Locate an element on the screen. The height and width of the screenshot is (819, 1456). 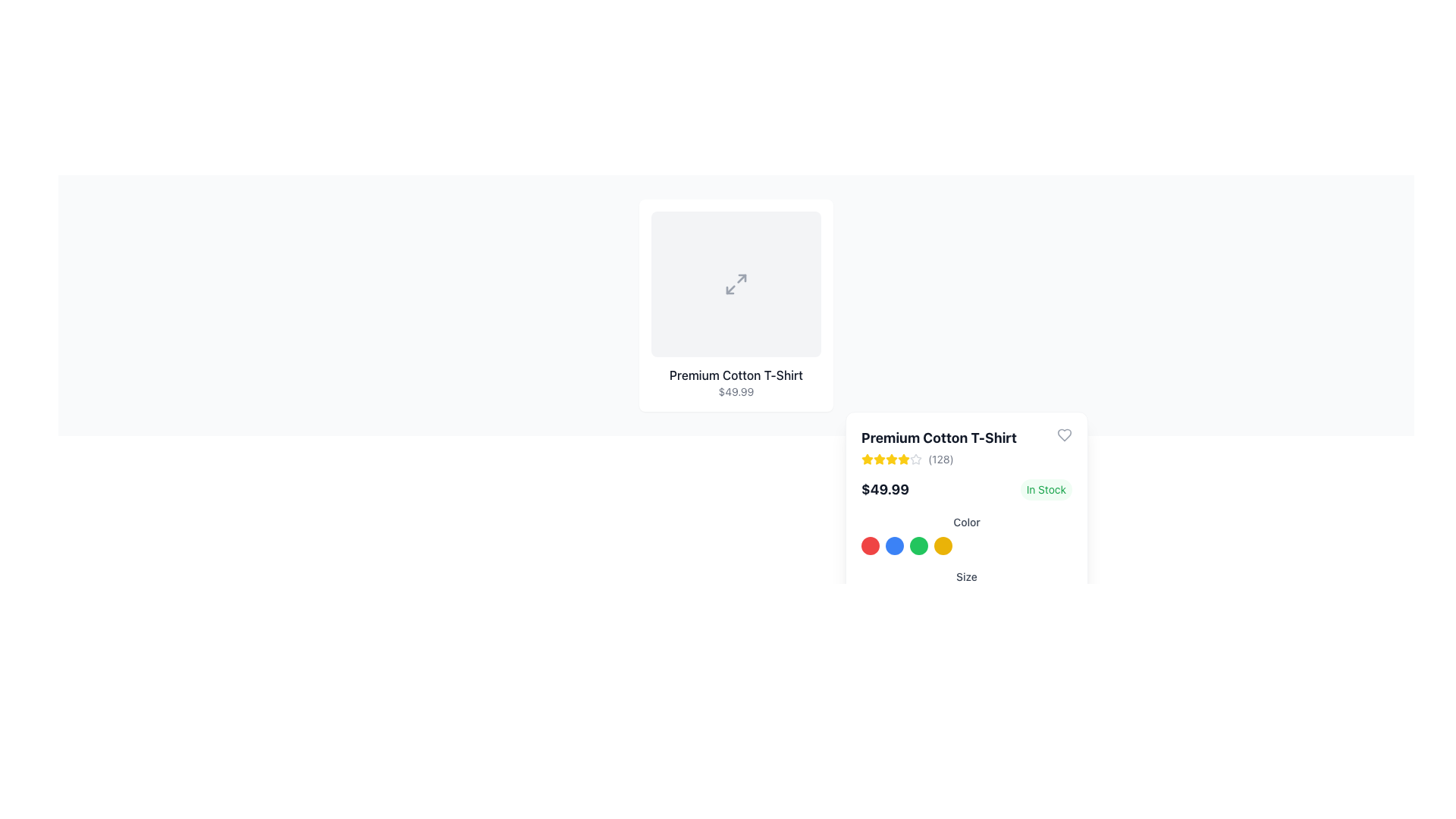
the label for the color selection options located below the 'In Stock' badge in the product detail card is located at coordinates (966, 533).